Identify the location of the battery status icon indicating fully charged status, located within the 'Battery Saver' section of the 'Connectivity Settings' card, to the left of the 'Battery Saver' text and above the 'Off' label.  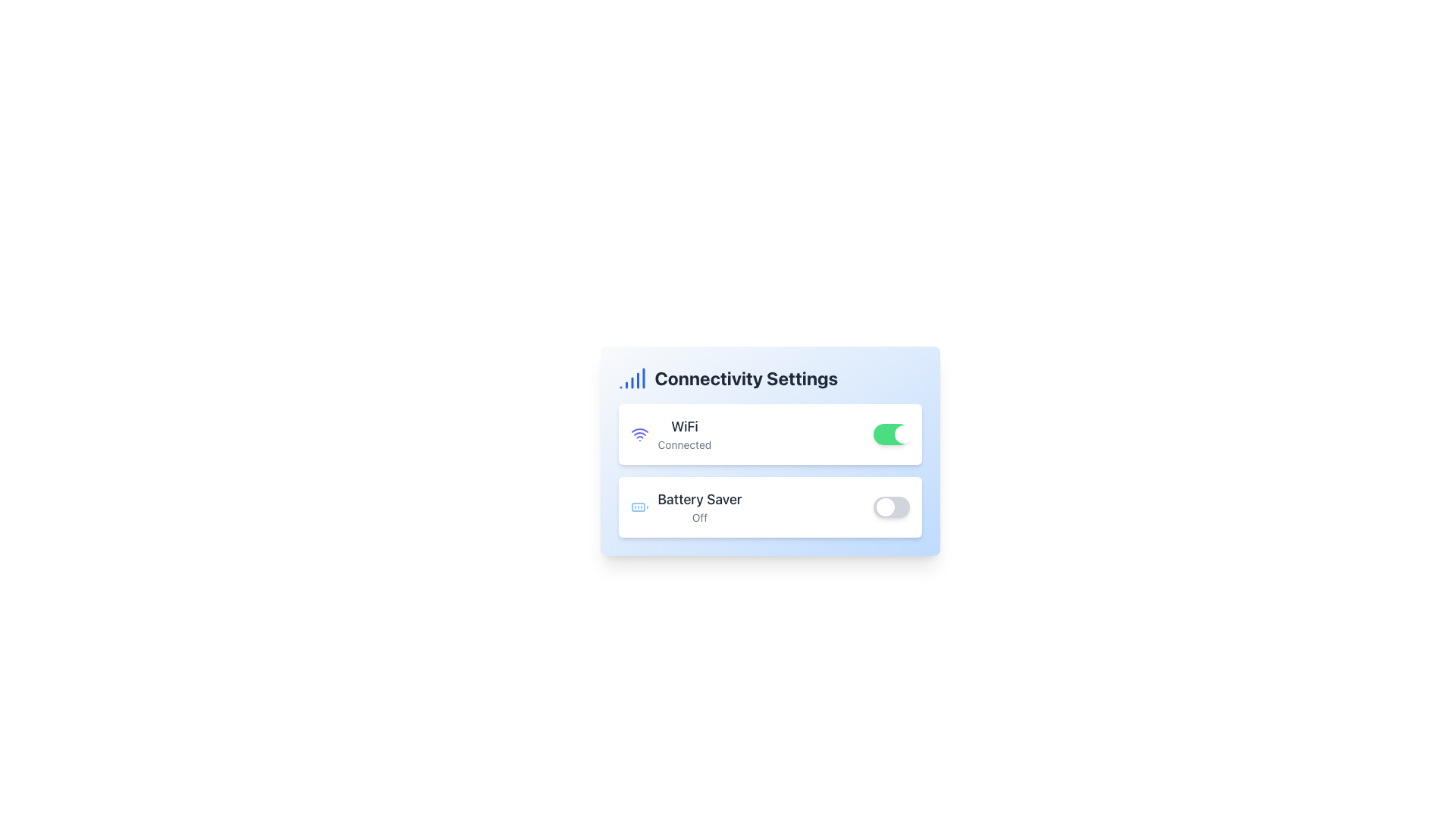
(639, 507).